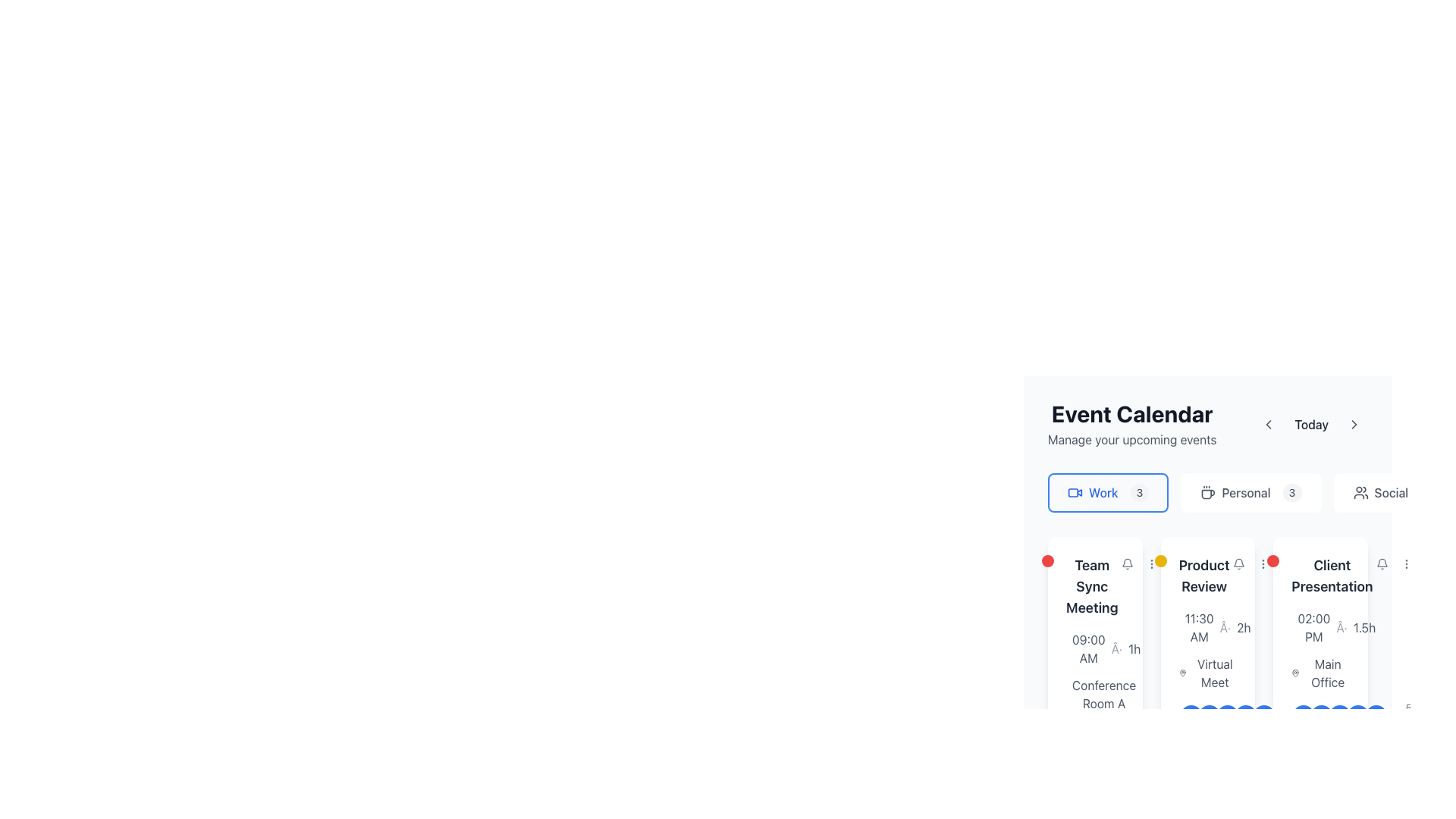  What do you see at coordinates (1072, 493) in the screenshot?
I see `the rectangular Icon component with rounded corners, styled with a 2px stroke, located next to the 'Work' label in the 'Event Calendar' section` at bounding box center [1072, 493].